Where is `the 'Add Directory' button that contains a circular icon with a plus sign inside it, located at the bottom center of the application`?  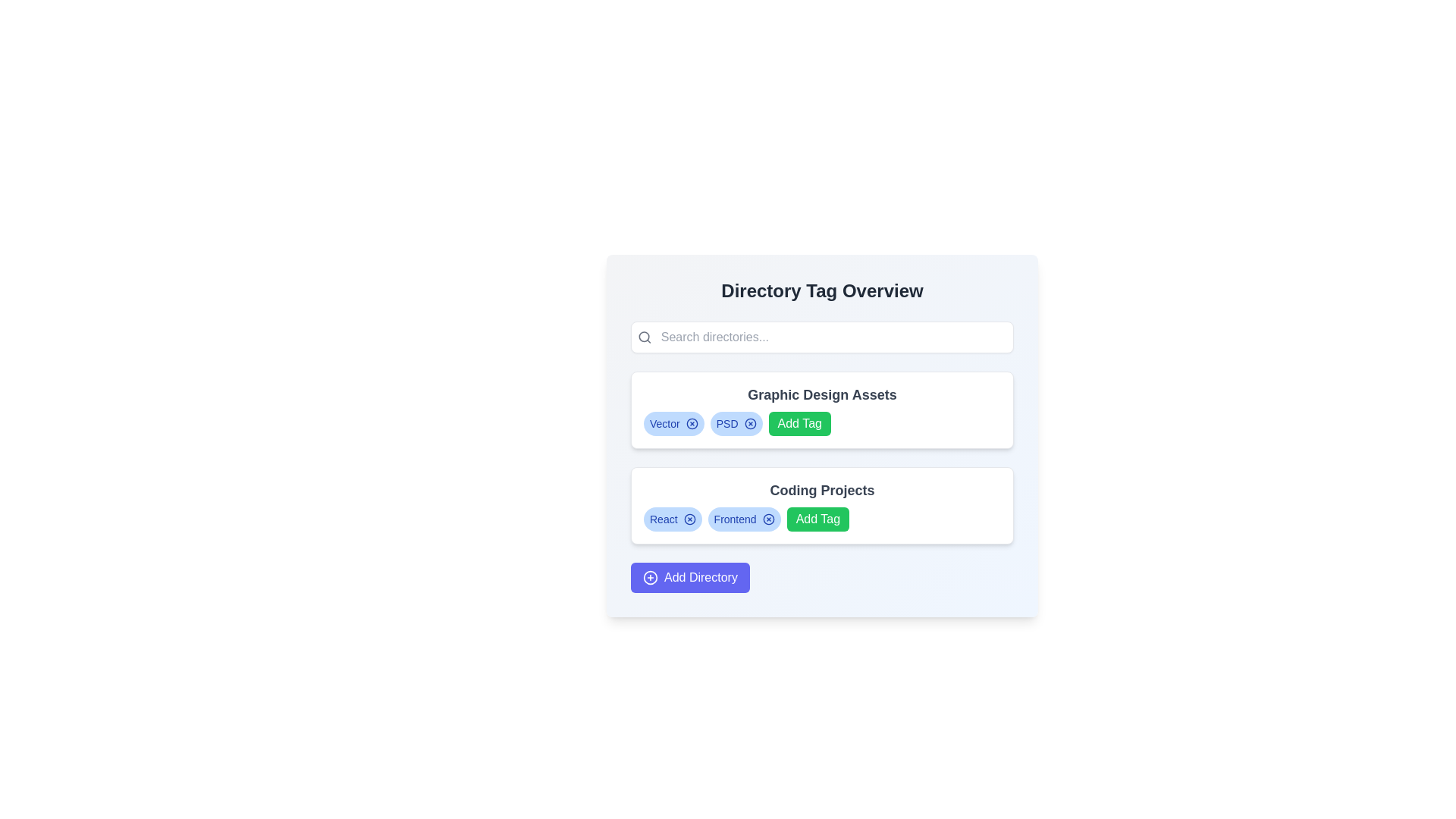
the 'Add Directory' button that contains a circular icon with a plus sign inside it, located at the bottom center of the application is located at coordinates (651, 578).